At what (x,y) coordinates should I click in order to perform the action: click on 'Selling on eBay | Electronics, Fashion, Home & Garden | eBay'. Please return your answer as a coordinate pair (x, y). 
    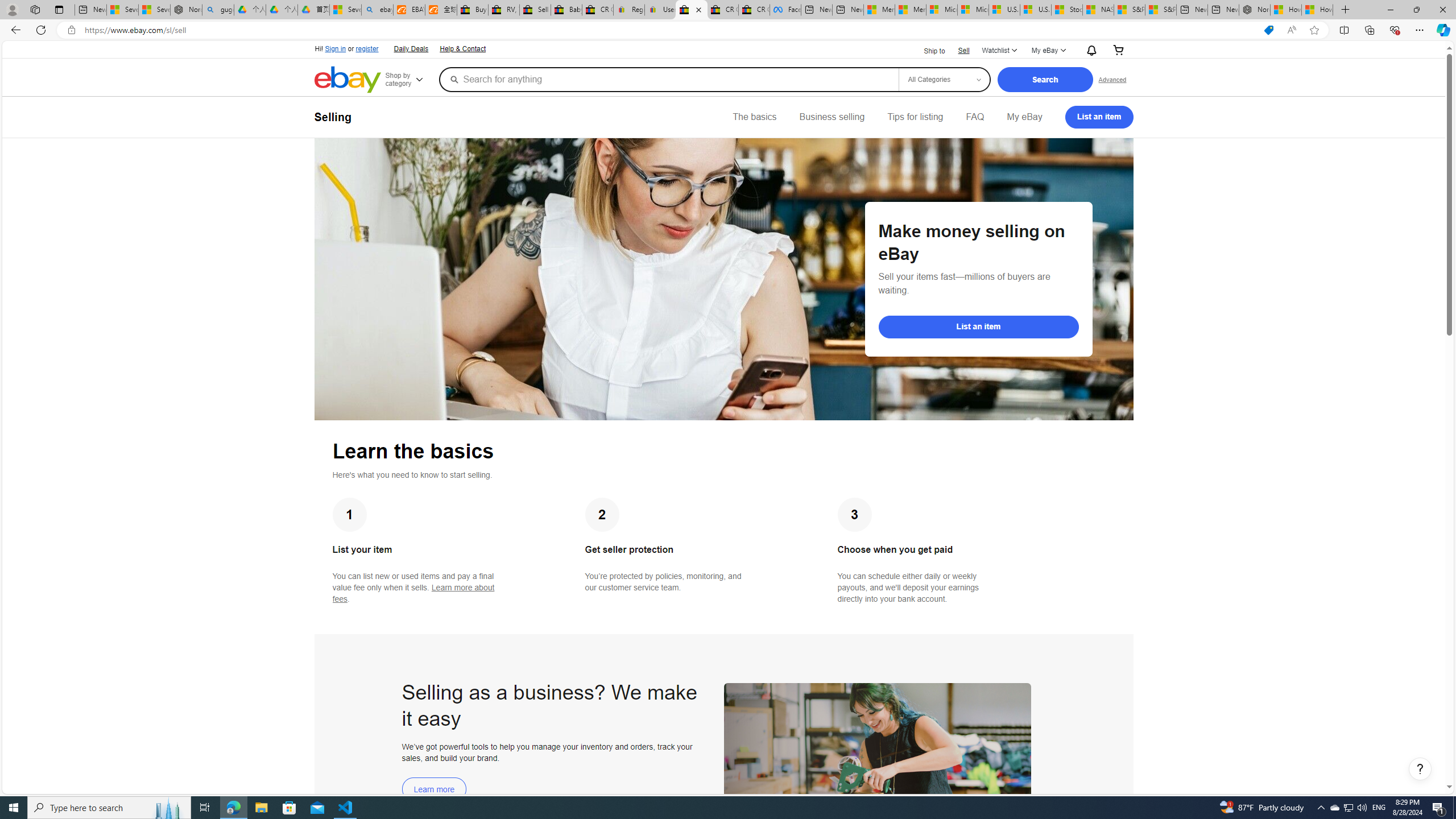
    Looking at the image, I should click on (691, 9).